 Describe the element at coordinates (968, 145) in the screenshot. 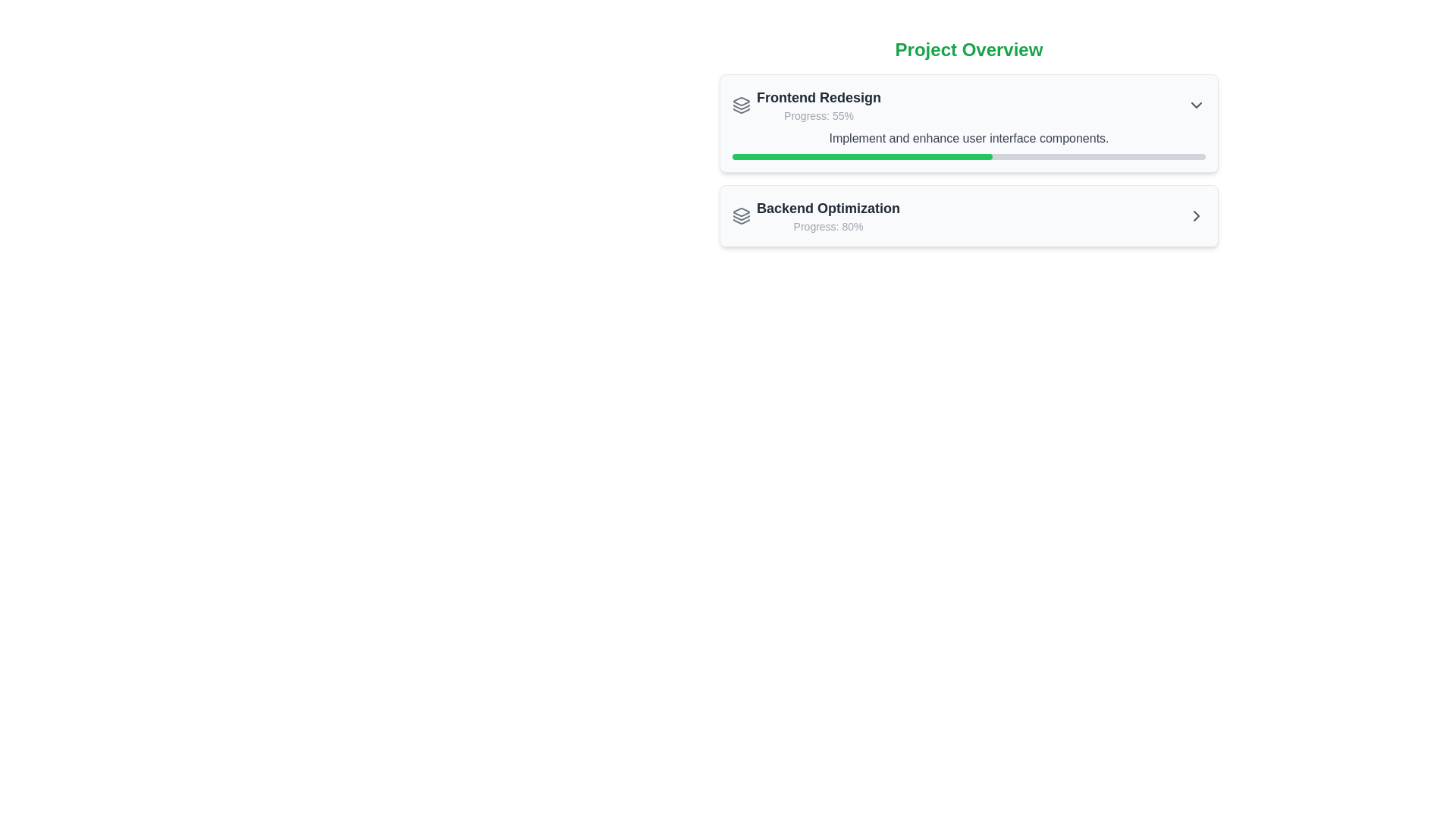

I see `the progress bar located within the card titled 'Frontend Redesign', positioned below the text 'Progress: 55%'` at that location.